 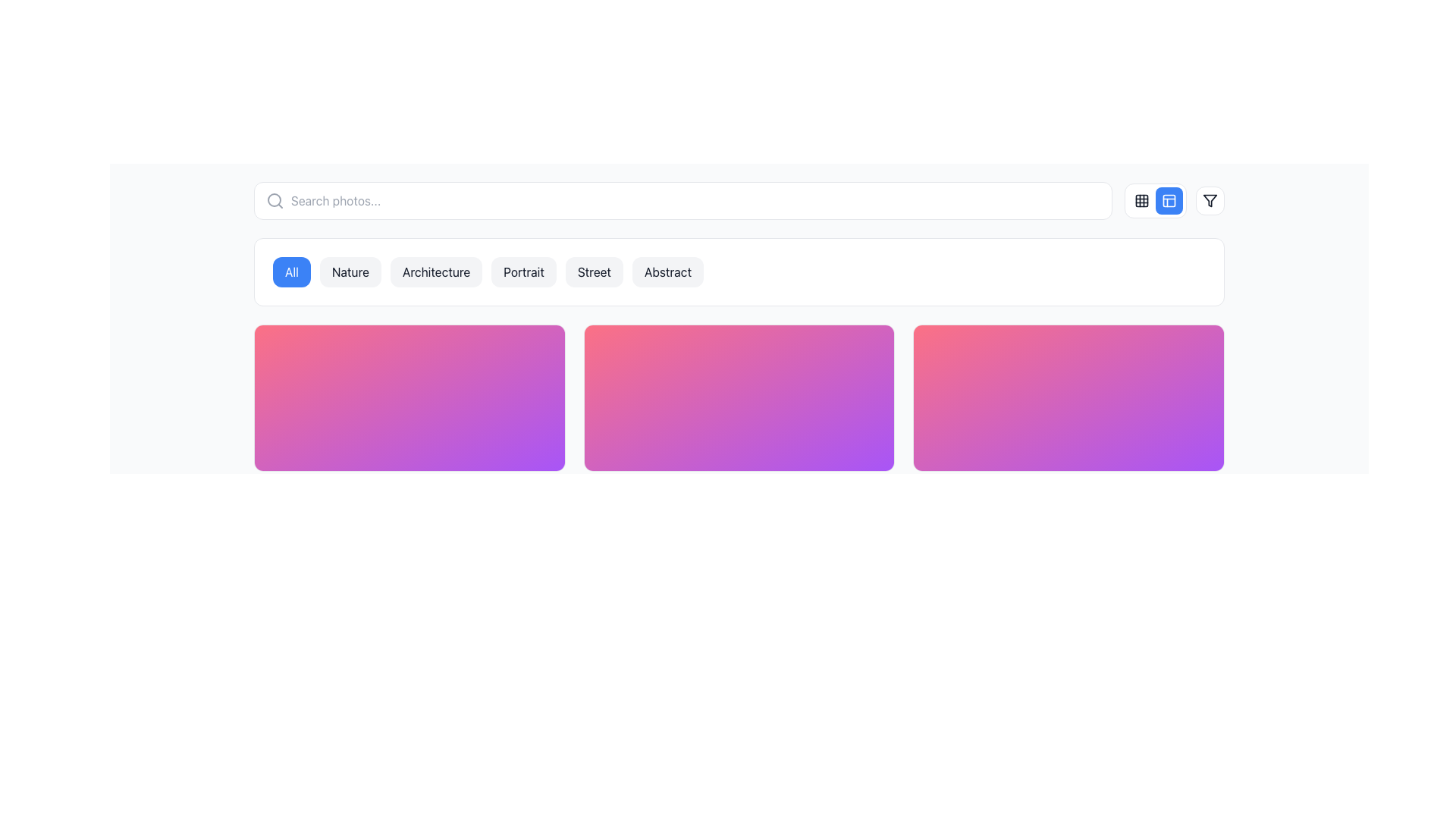 I want to click on the central cell of the 3x3 grid icon located on the rightmost part of the toolbar at the top of the interface, so click(x=1142, y=200).